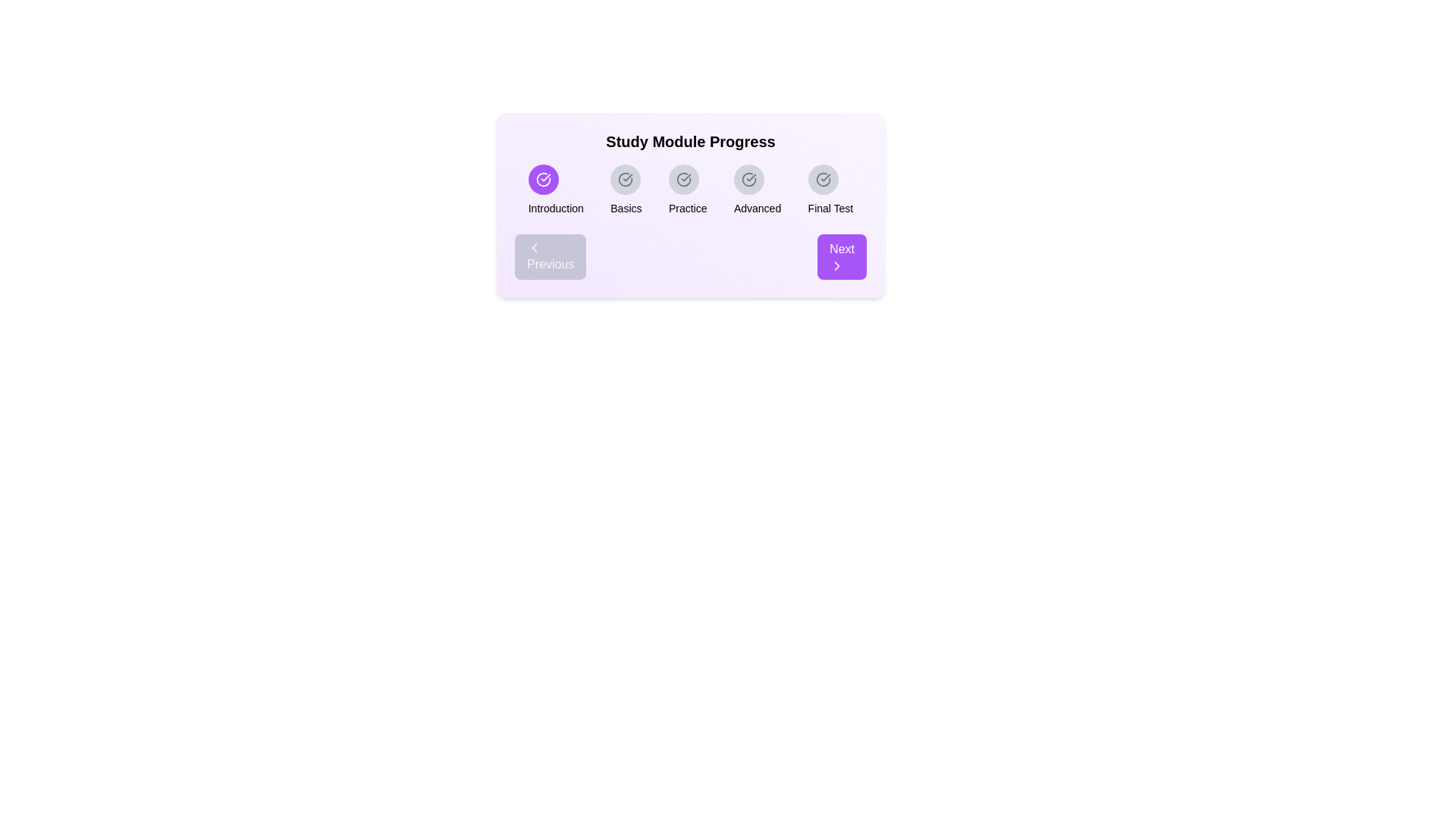 The image size is (1456, 819). What do you see at coordinates (683, 178) in the screenshot?
I see `the 'Practice' milestone icon in the progress tracker interface, which is the third circular icon in a row of five, visually indicating its current status` at bounding box center [683, 178].